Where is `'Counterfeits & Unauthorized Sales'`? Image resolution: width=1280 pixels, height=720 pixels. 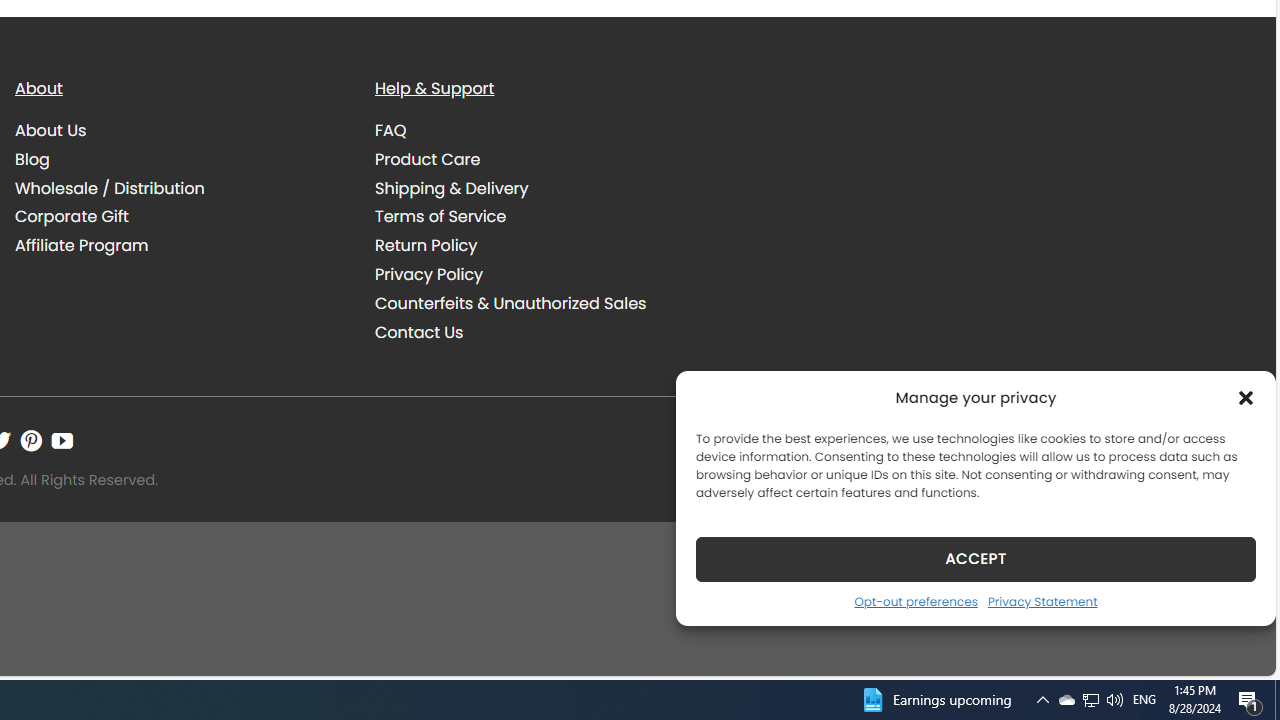
'Counterfeits & Unauthorized Sales' is located at coordinates (510, 303).